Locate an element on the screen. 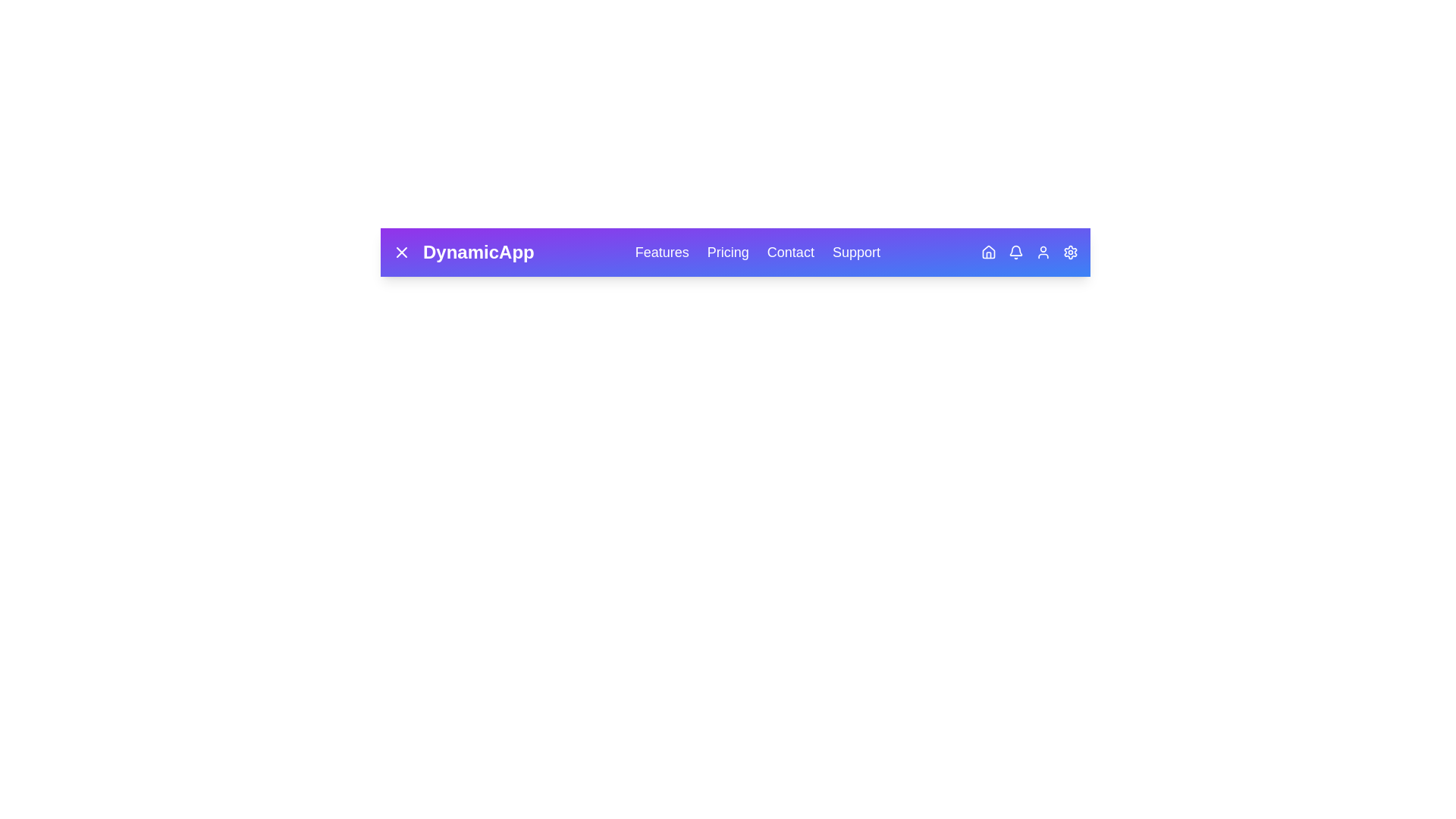 This screenshot has height=819, width=1456. the Home icon in the DynamicAppBar is located at coordinates (989, 251).